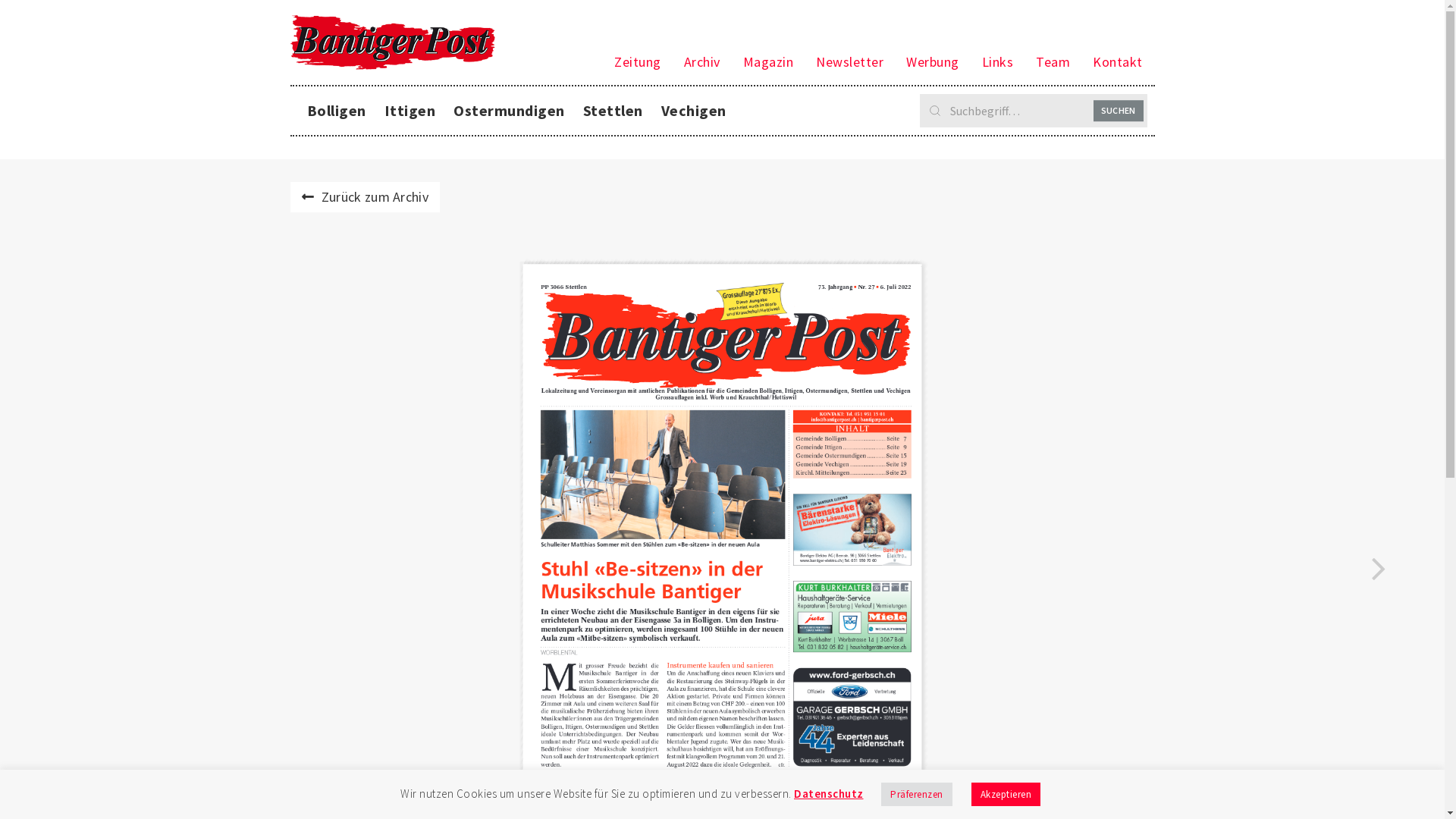 The height and width of the screenshot is (819, 1456). What do you see at coordinates (672, 61) in the screenshot?
I see `'Archiv'` at bounding box center [672, 61].